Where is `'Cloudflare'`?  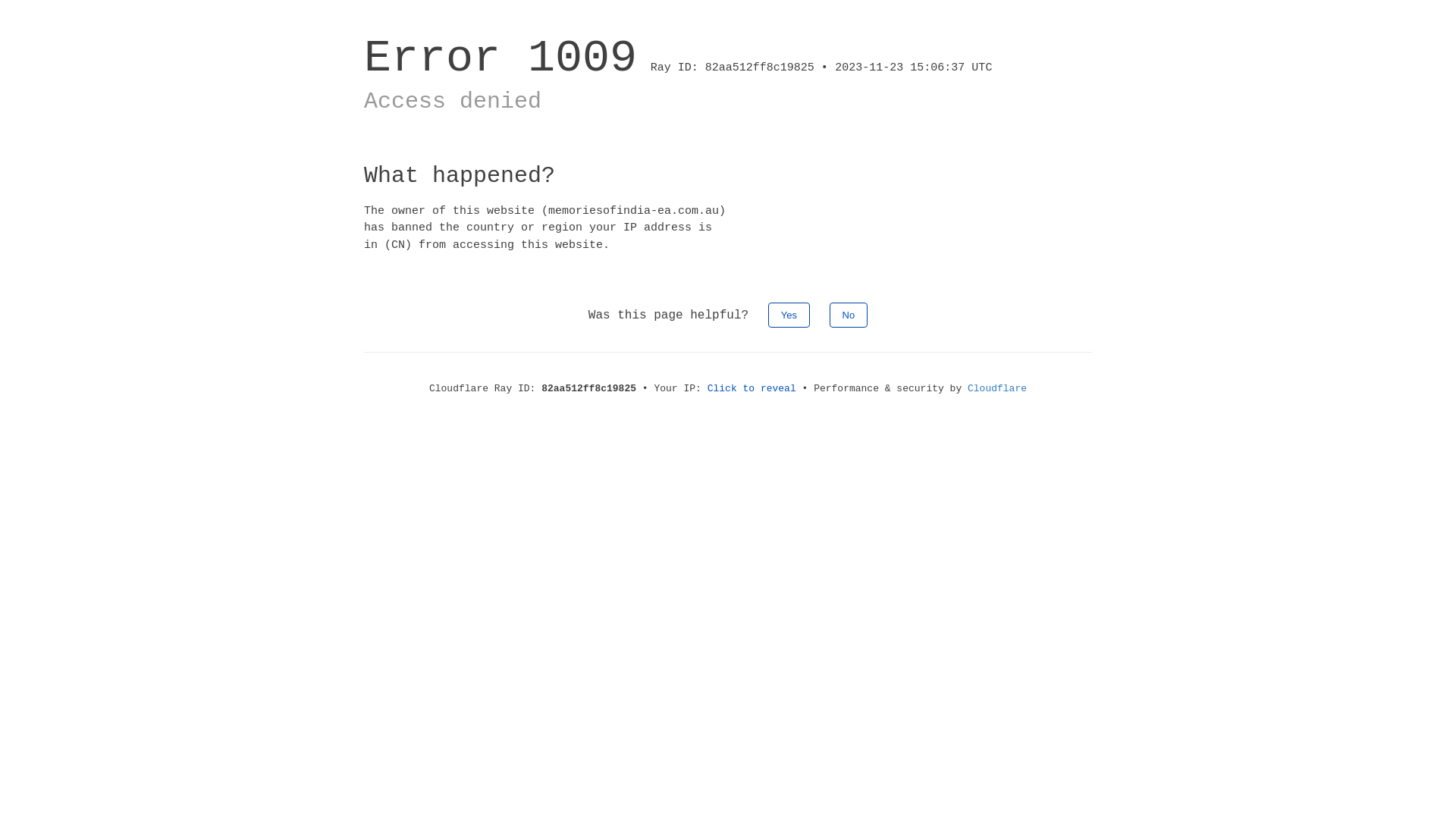
'Cloudflare' is located at coordinates (967, 388).